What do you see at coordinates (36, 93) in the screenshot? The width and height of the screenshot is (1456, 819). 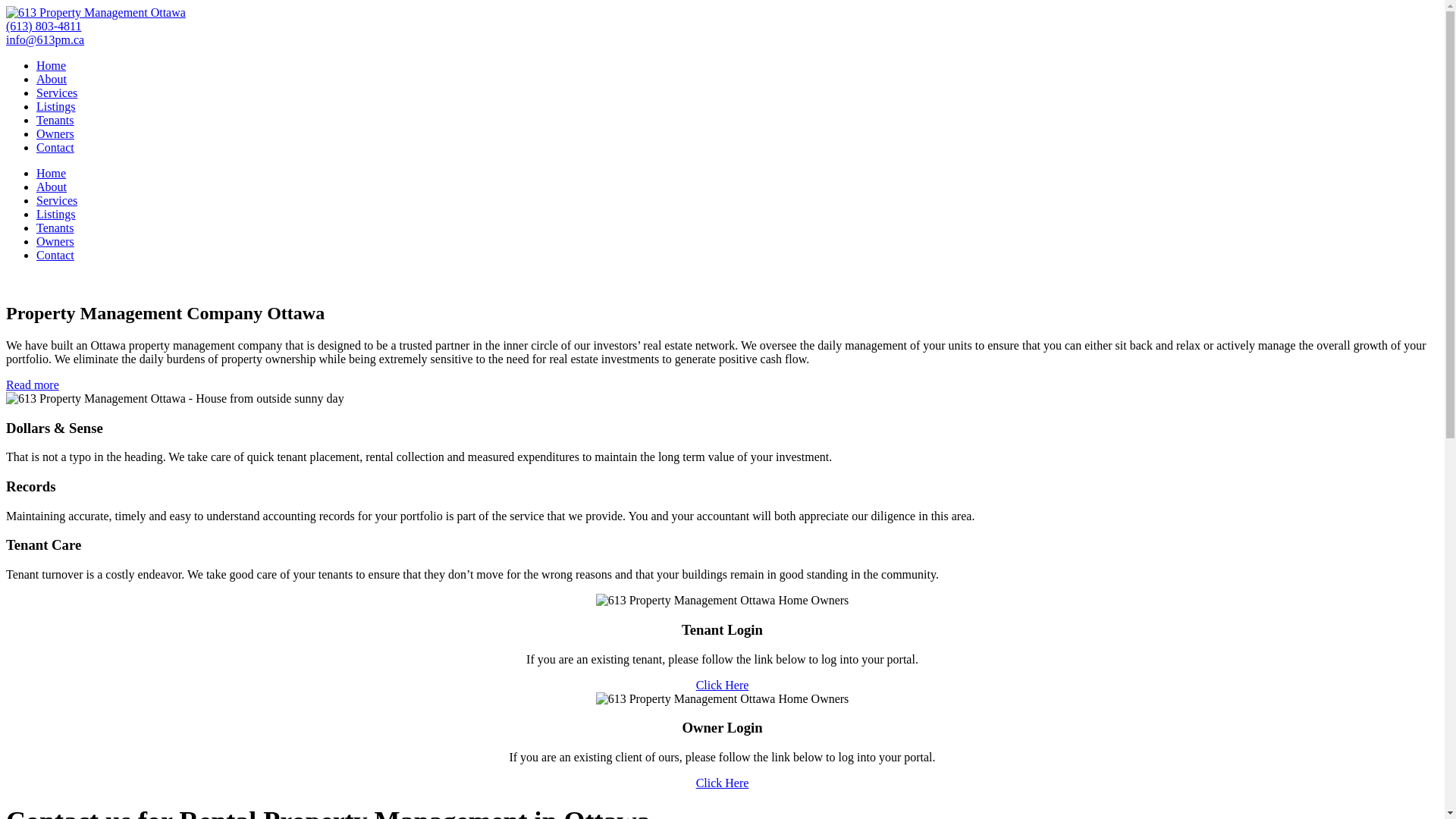 I see `'Services'` at bounding box center [36, 93].